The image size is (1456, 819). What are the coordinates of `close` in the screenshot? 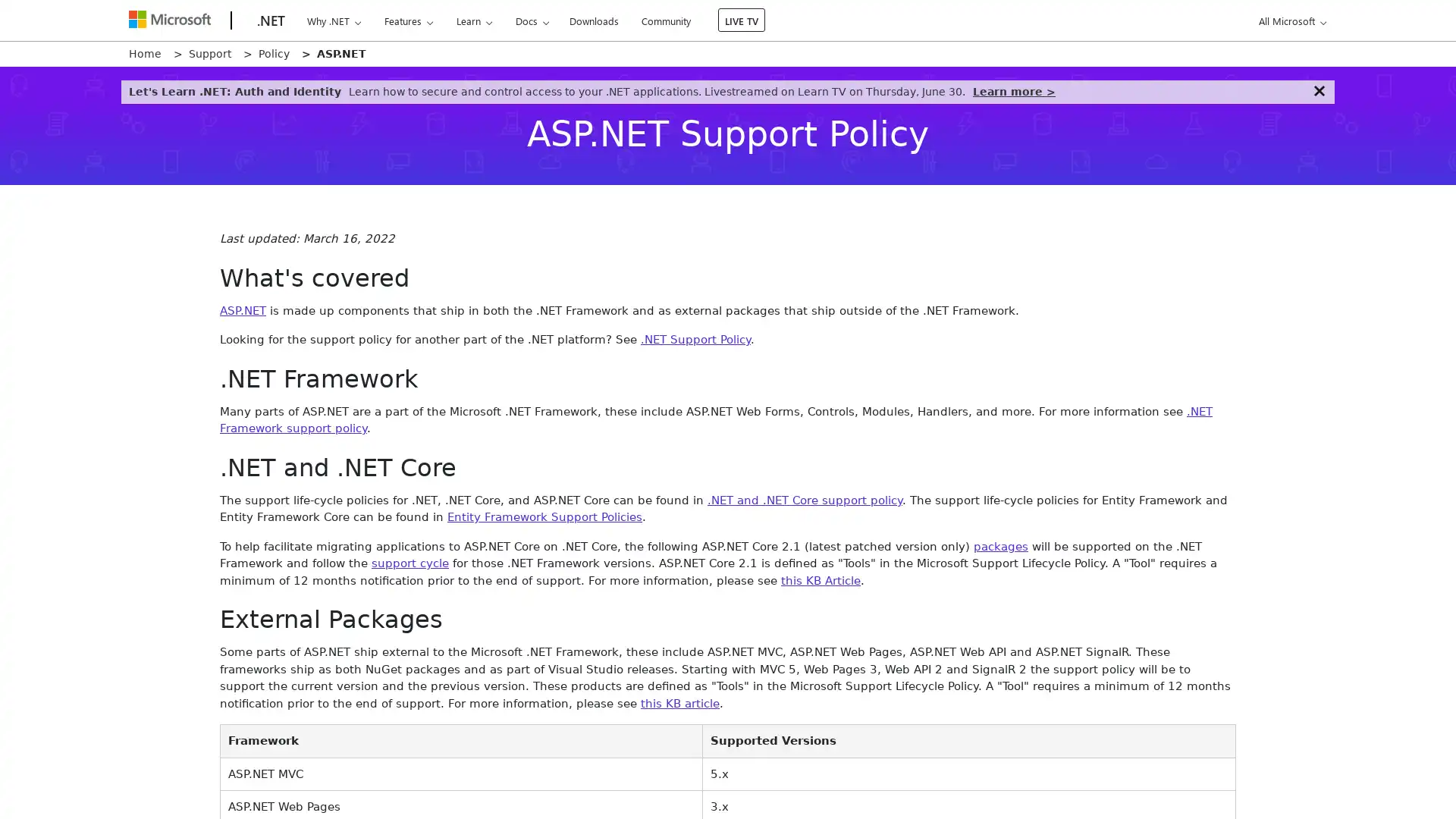 It's located at (1318, 90).